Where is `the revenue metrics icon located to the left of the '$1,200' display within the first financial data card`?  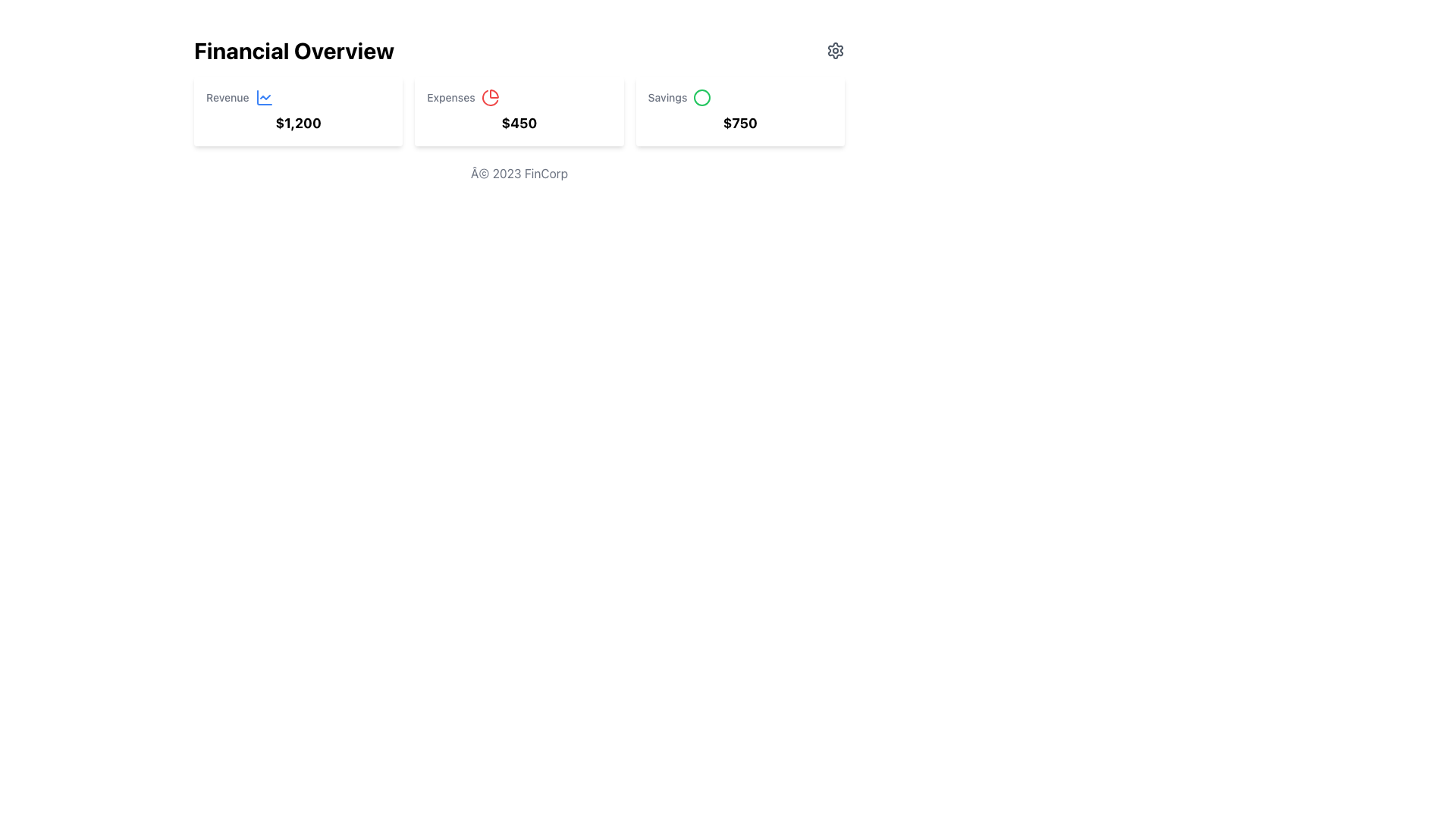
the revenue metrics icon located to the left of the '$1,200' display within the first financial data card is located at coordinates (264, 97).